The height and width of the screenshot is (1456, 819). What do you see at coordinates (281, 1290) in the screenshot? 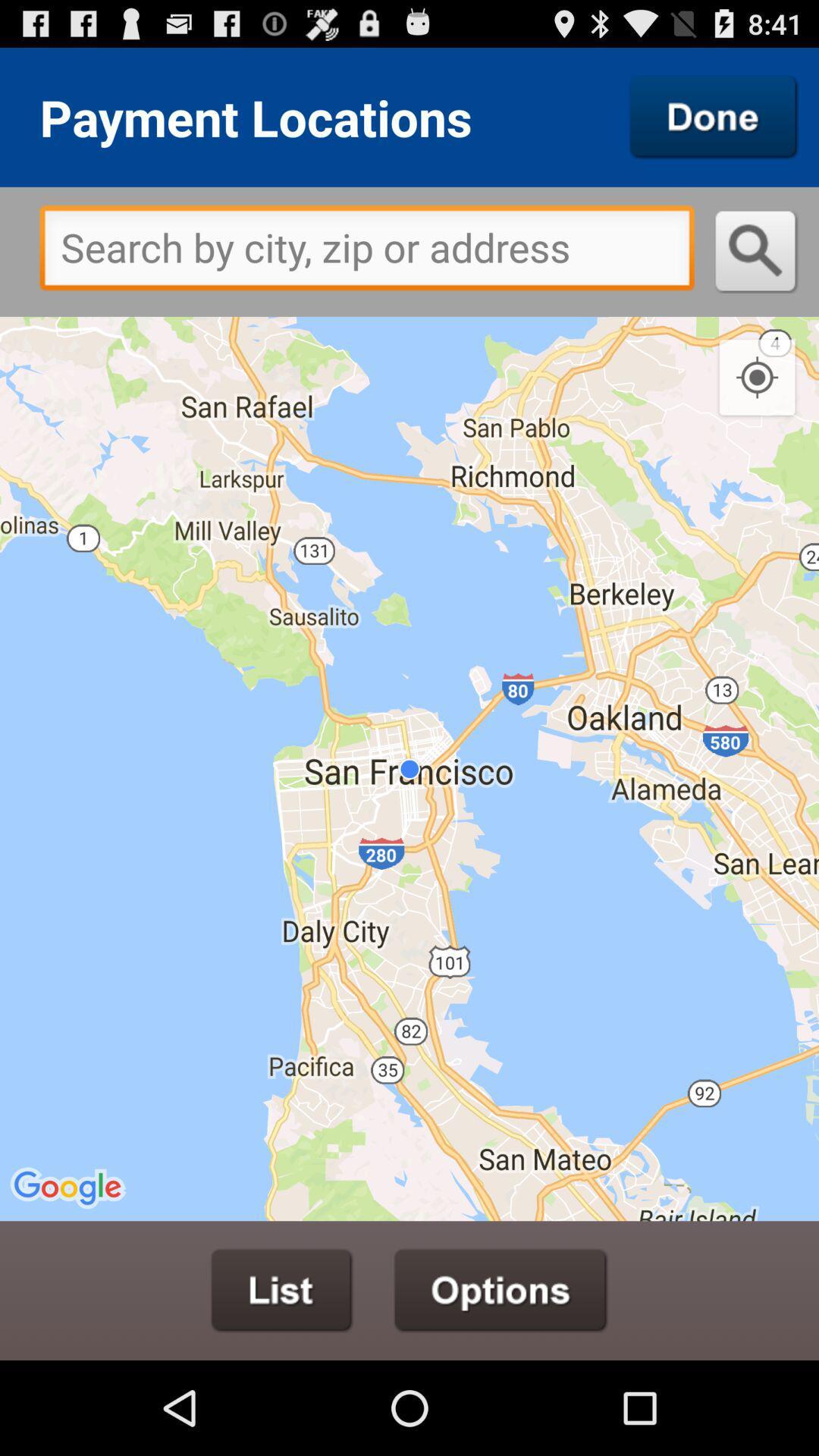
I see `see a list of places` at bounding box center [281, 1290].